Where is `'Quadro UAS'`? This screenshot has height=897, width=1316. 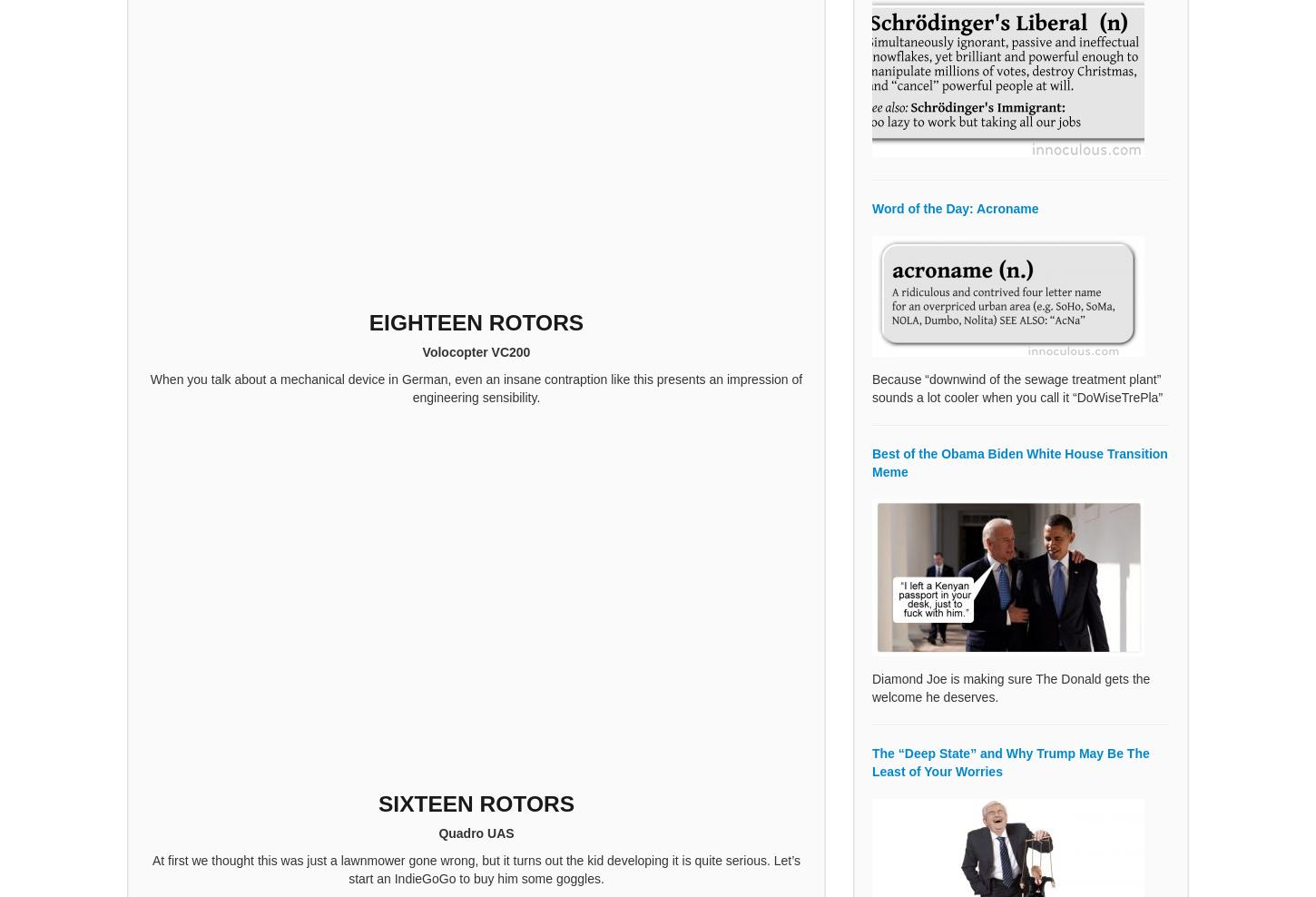
'Quadro UAS' is located at coordinates (476, 832).